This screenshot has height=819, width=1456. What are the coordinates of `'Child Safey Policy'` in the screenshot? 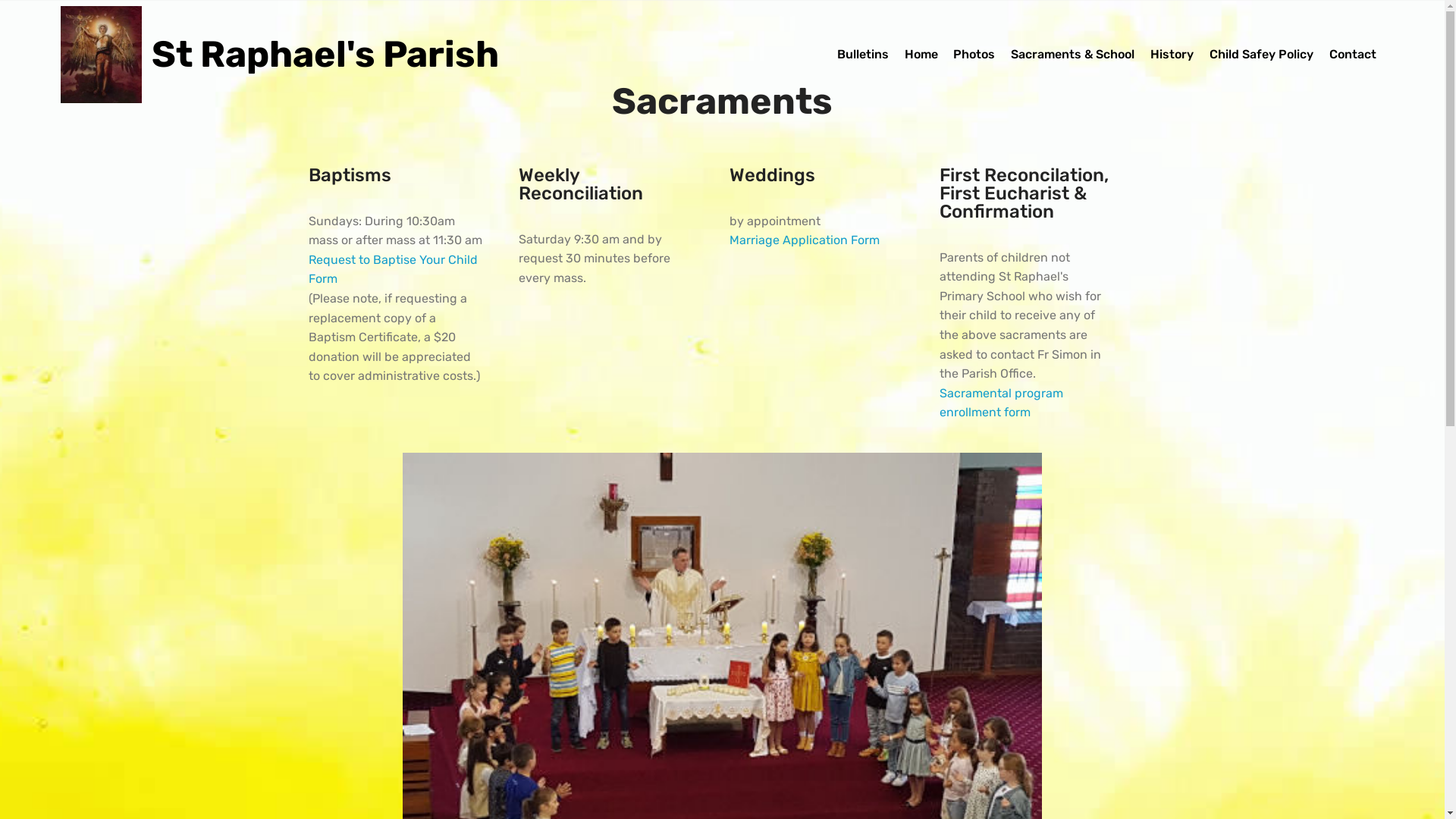 It's located at (1261, 54).